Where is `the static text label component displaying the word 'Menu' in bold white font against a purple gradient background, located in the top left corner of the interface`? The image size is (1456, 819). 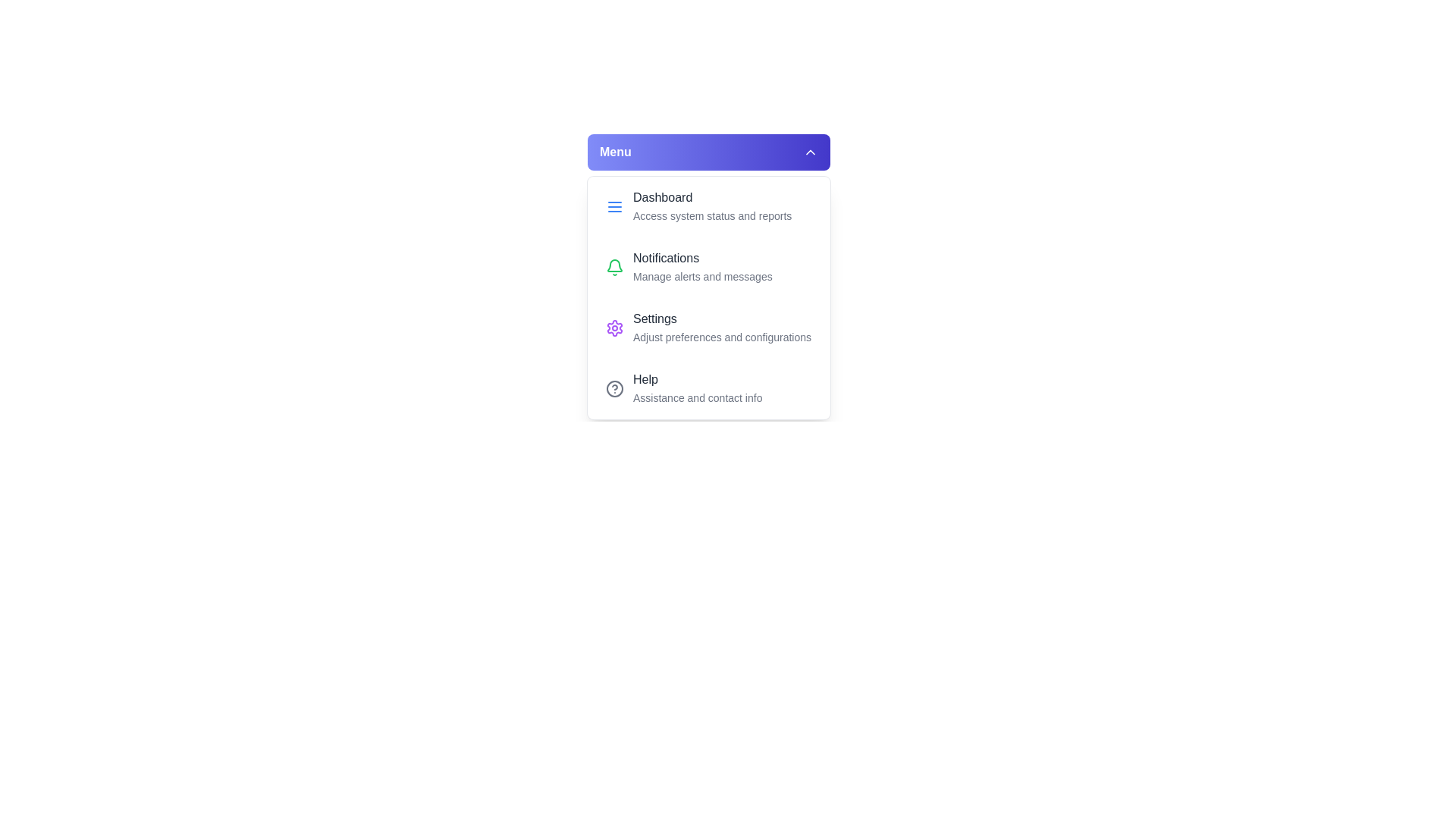 the static text label component displaying the word 'Menu' in bold white font against a purple gradient background, located in the top left corner of the interface is located at coordinates (615, 152).